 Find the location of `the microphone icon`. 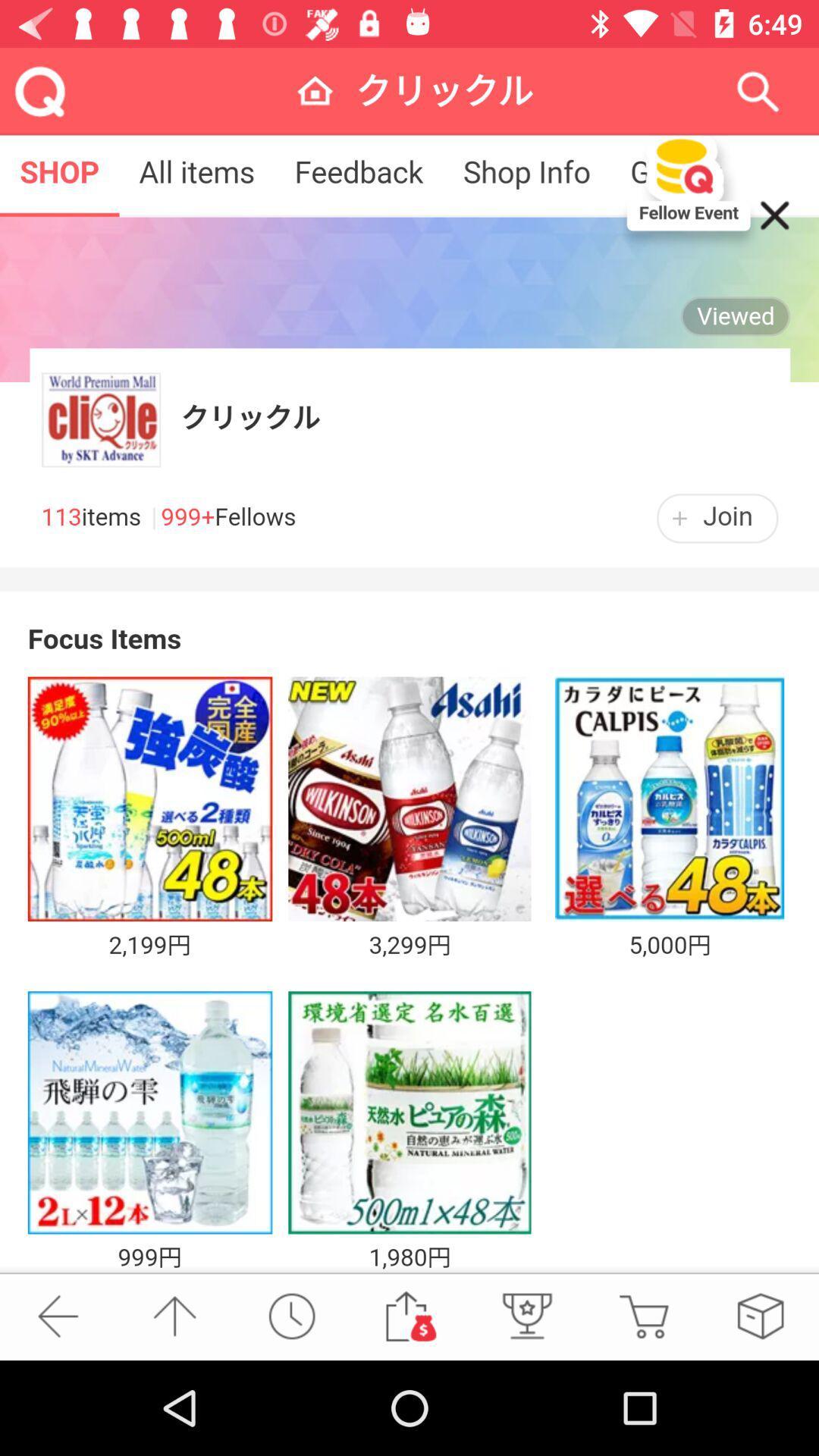

the microphone icon is located at coordinates (525, 1315).